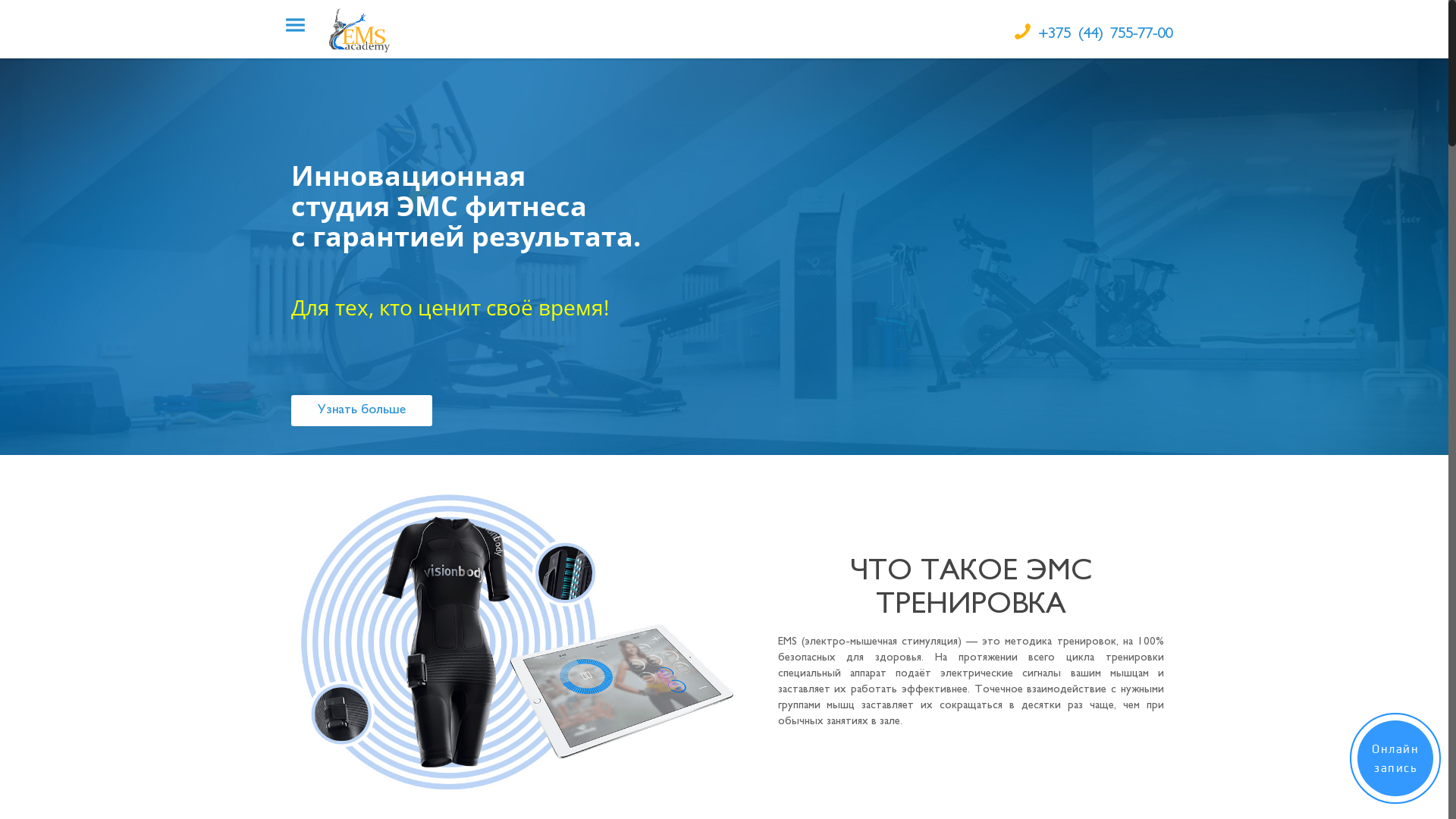  What do you see at coordinates (360, 29) in the screenshot?
I see `'EMSAcademy'` at bounding box center [360, 29].